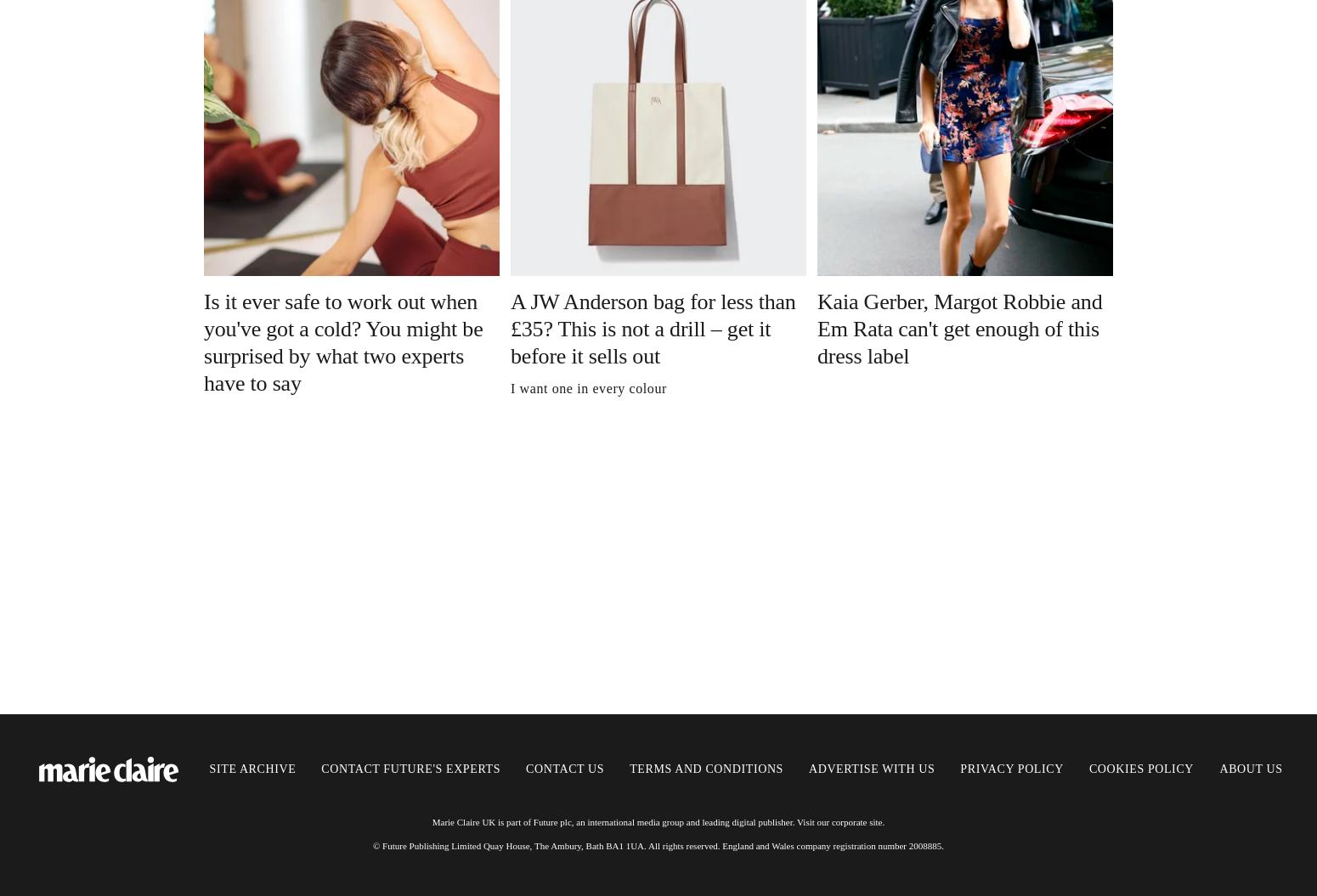 This screenshot has height=896, width=1317. What do you see at coordinates (372, 844) in the screenshot?
I see `'©
Future Publishing Limited Quay House, The Ambury,
Bath
BA1 1UA. All rights reserved. England and Wales company registration number 2008885.'` at bounding box center [372, 844].